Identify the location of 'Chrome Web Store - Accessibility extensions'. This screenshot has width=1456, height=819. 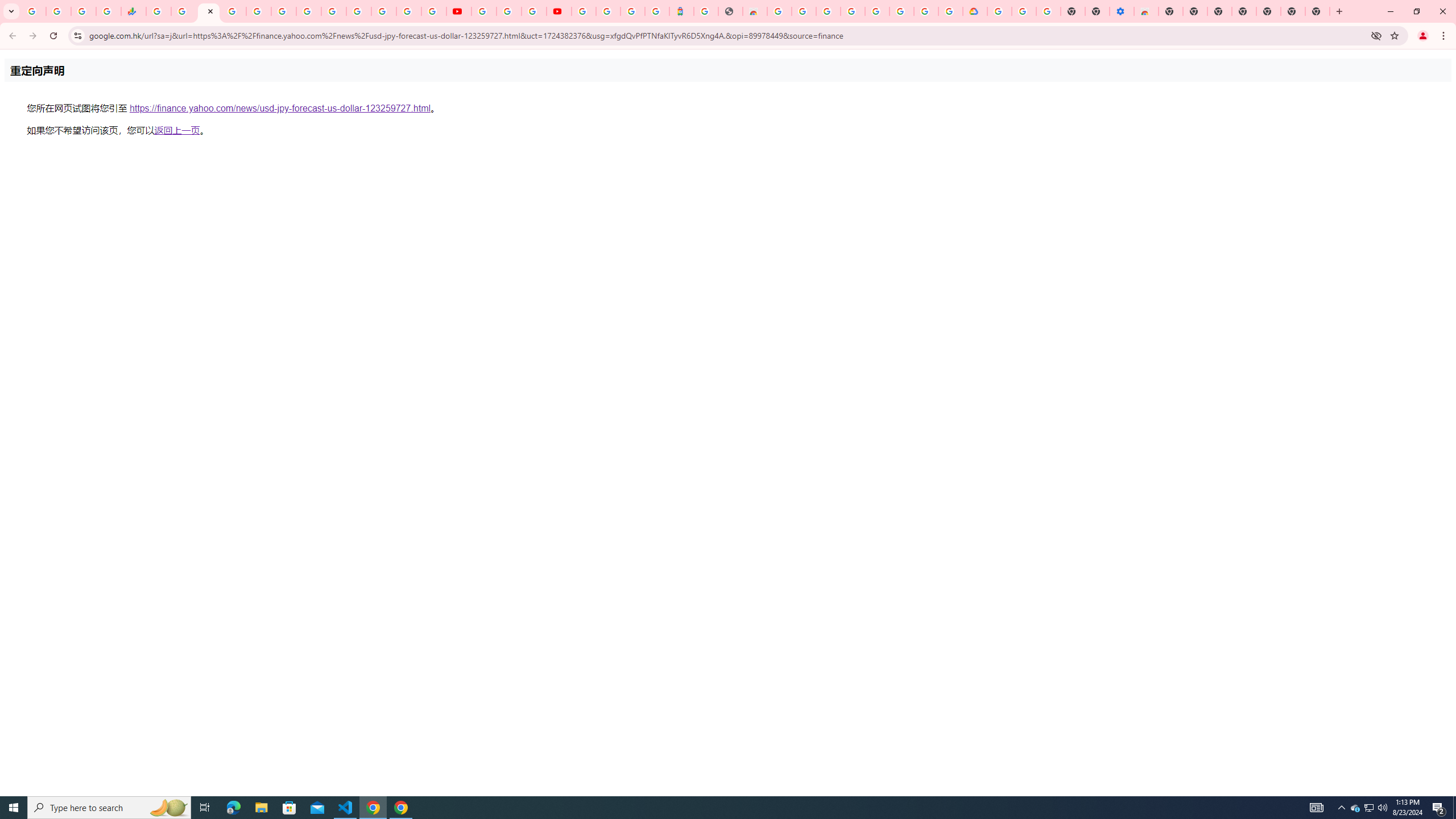
(1145, 11).